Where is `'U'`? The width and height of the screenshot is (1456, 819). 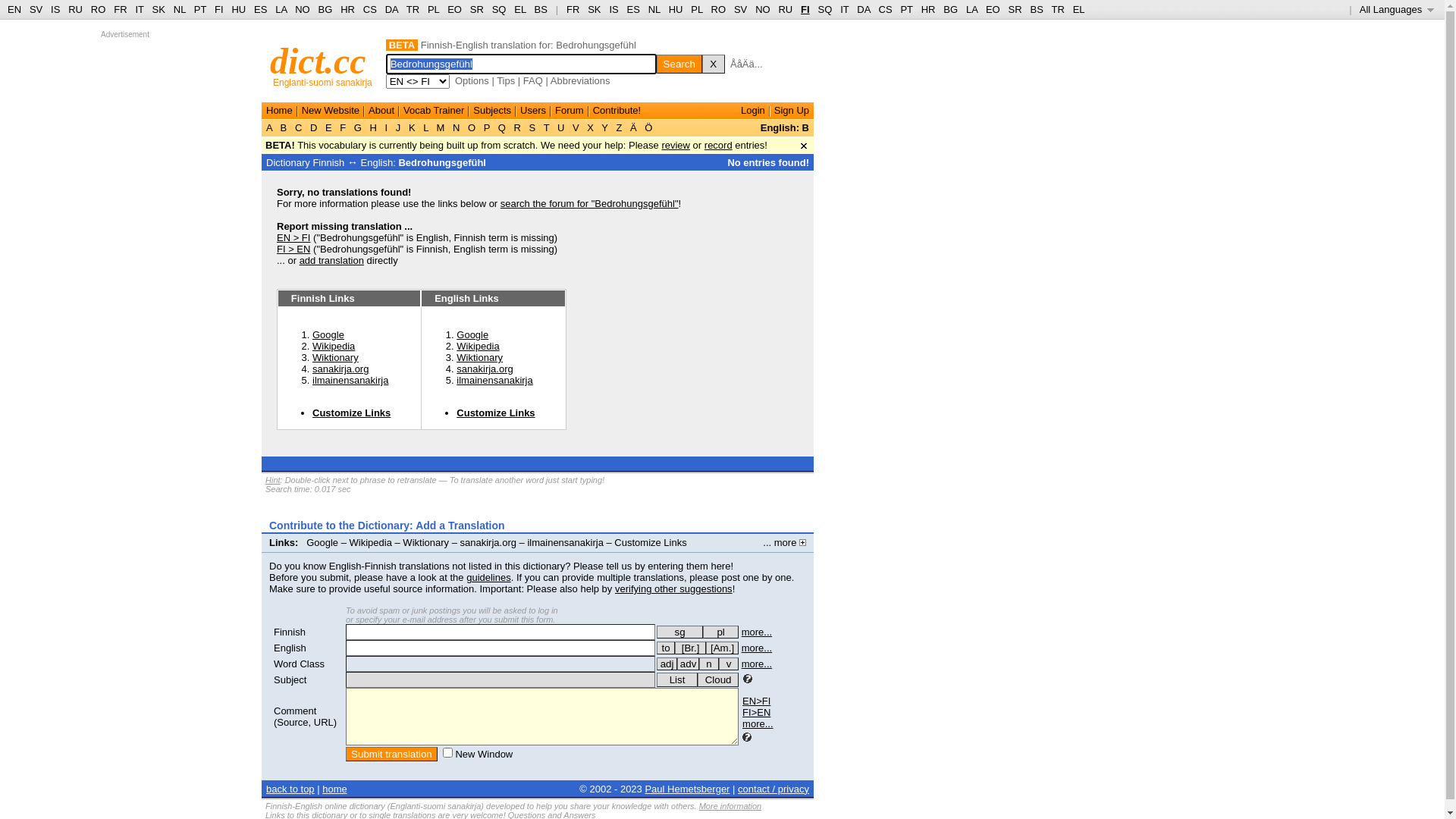
'U' is located at coordinates (560, 127).